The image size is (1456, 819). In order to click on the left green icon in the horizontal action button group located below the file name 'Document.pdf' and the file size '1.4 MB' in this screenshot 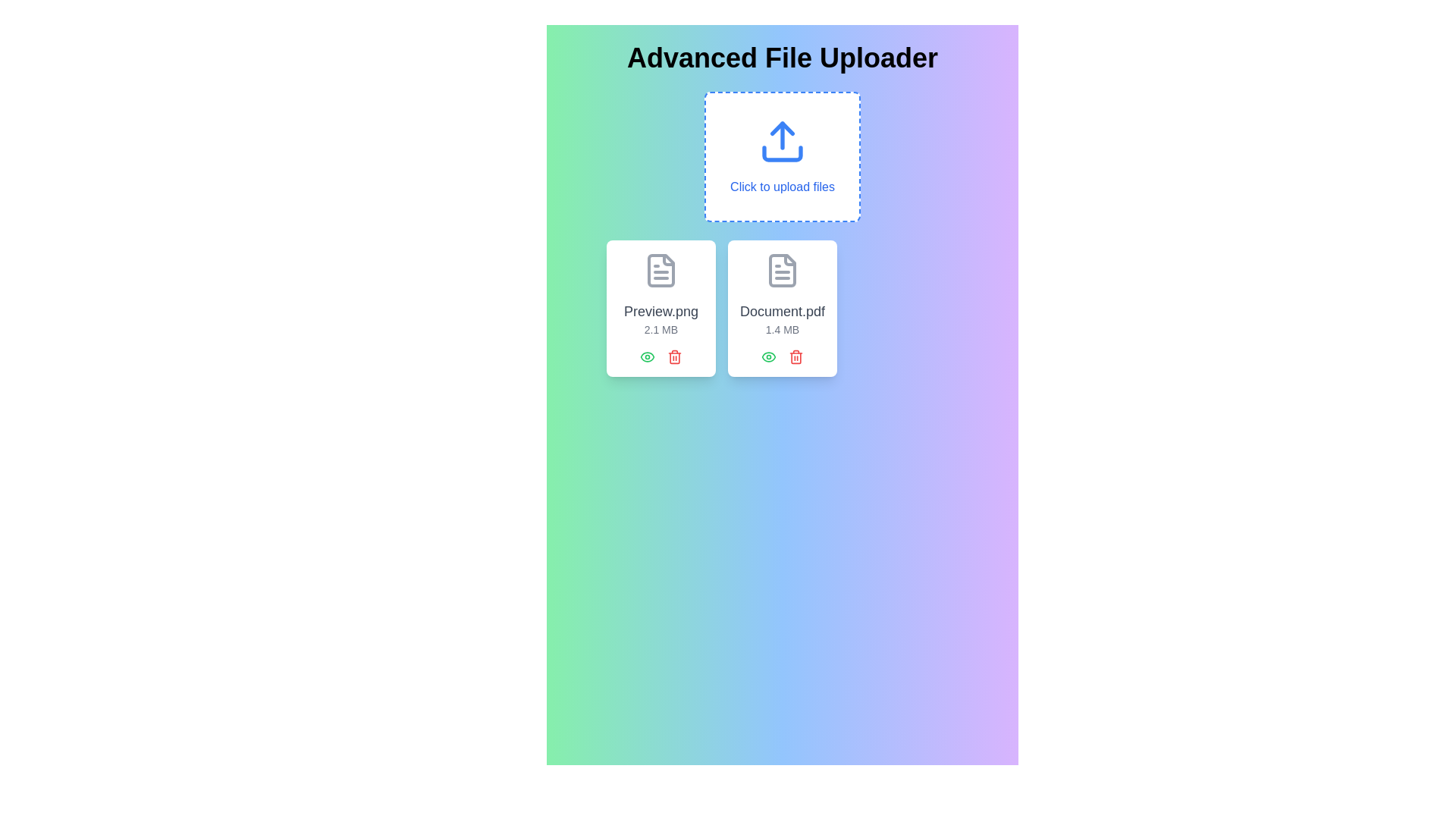, I will do `click(783, 356)`.